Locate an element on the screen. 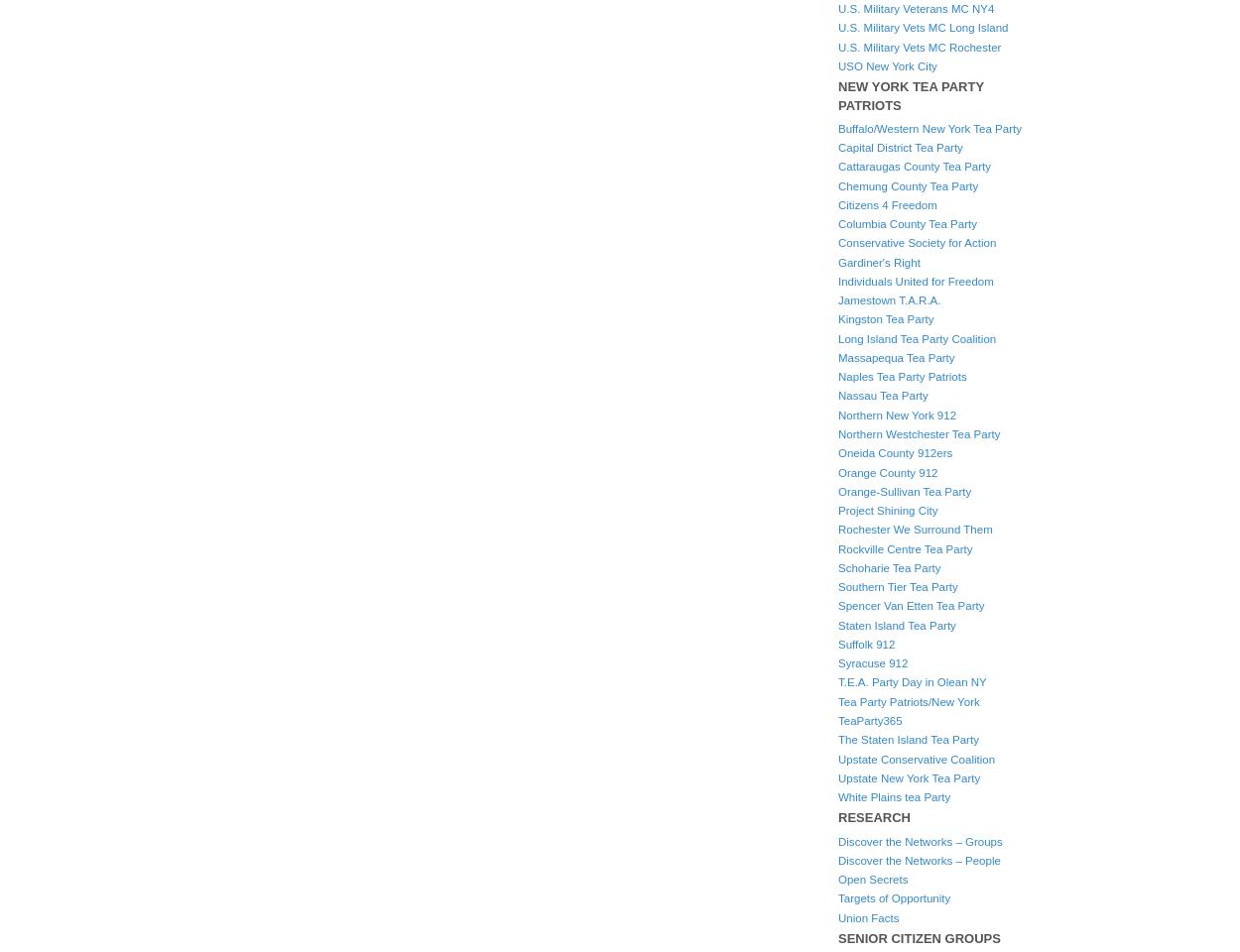 This screenshot has width=1240, height=952. 'U.S. Military Veterans MC NY4' is located at coordinates (916, 8).